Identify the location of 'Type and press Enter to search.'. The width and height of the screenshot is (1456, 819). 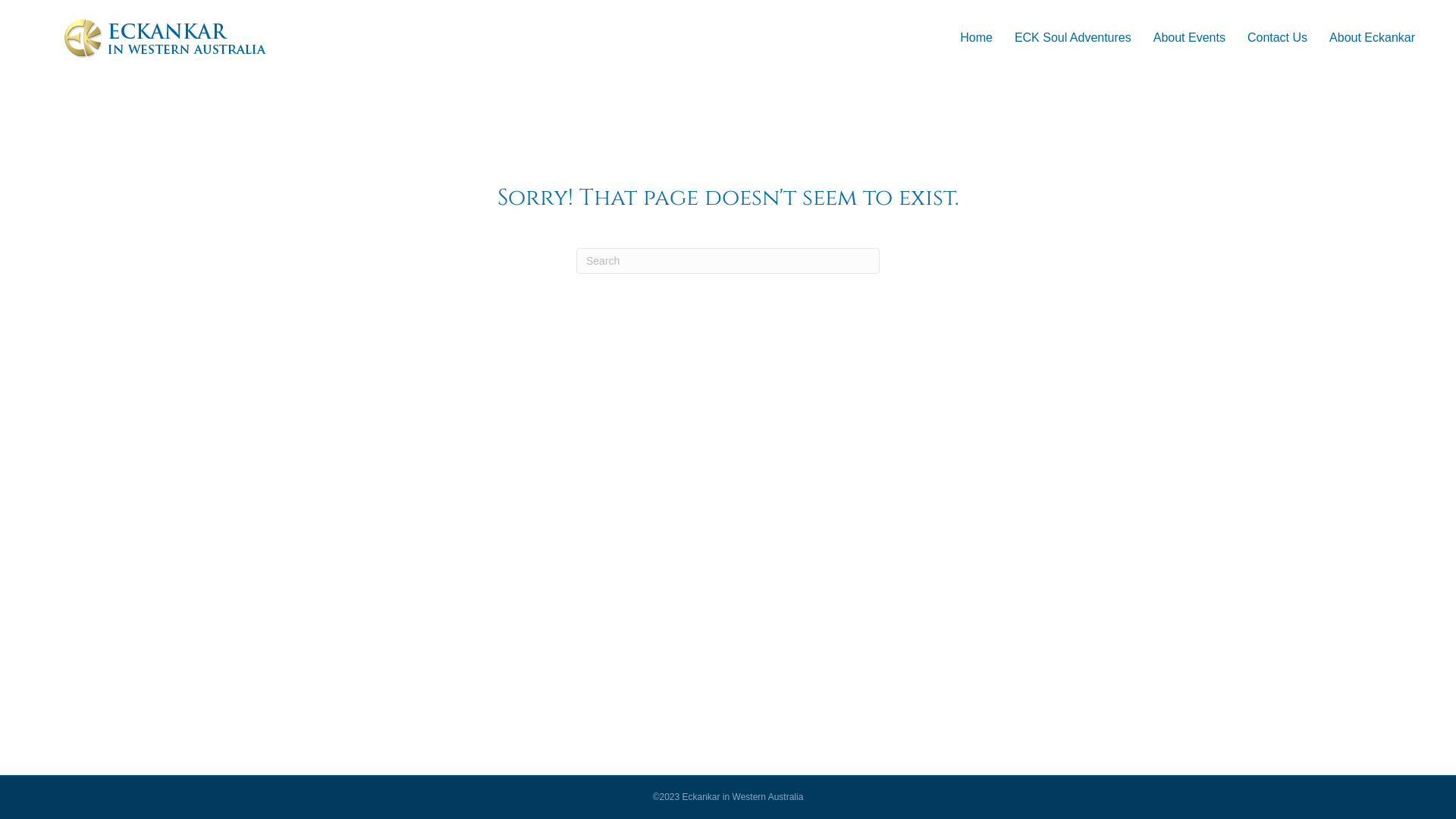
(728, 259).